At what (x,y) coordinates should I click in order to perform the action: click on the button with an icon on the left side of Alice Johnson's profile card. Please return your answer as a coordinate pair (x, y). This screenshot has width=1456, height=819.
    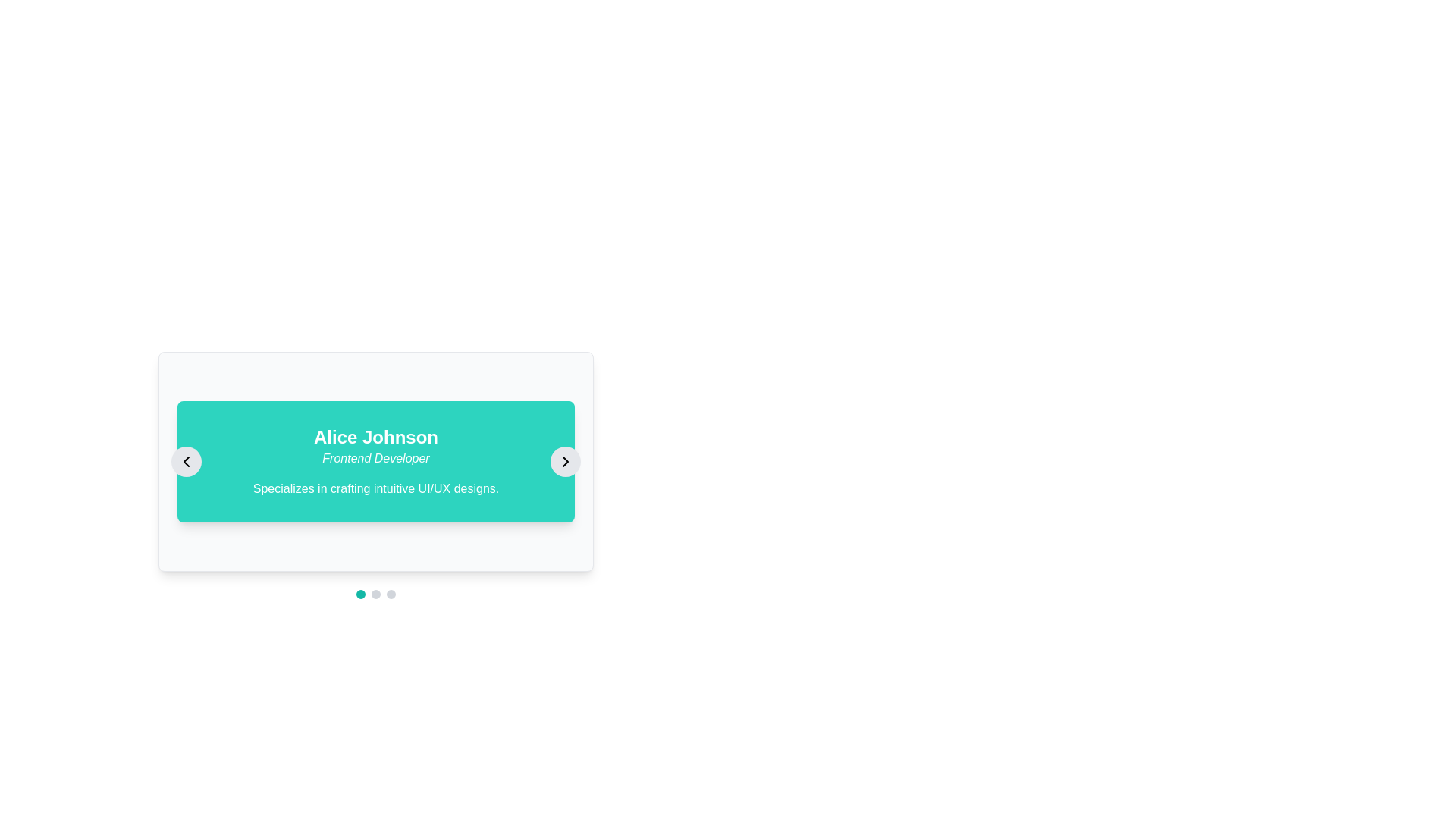
    Looking at the image, I should click on (185, 461).